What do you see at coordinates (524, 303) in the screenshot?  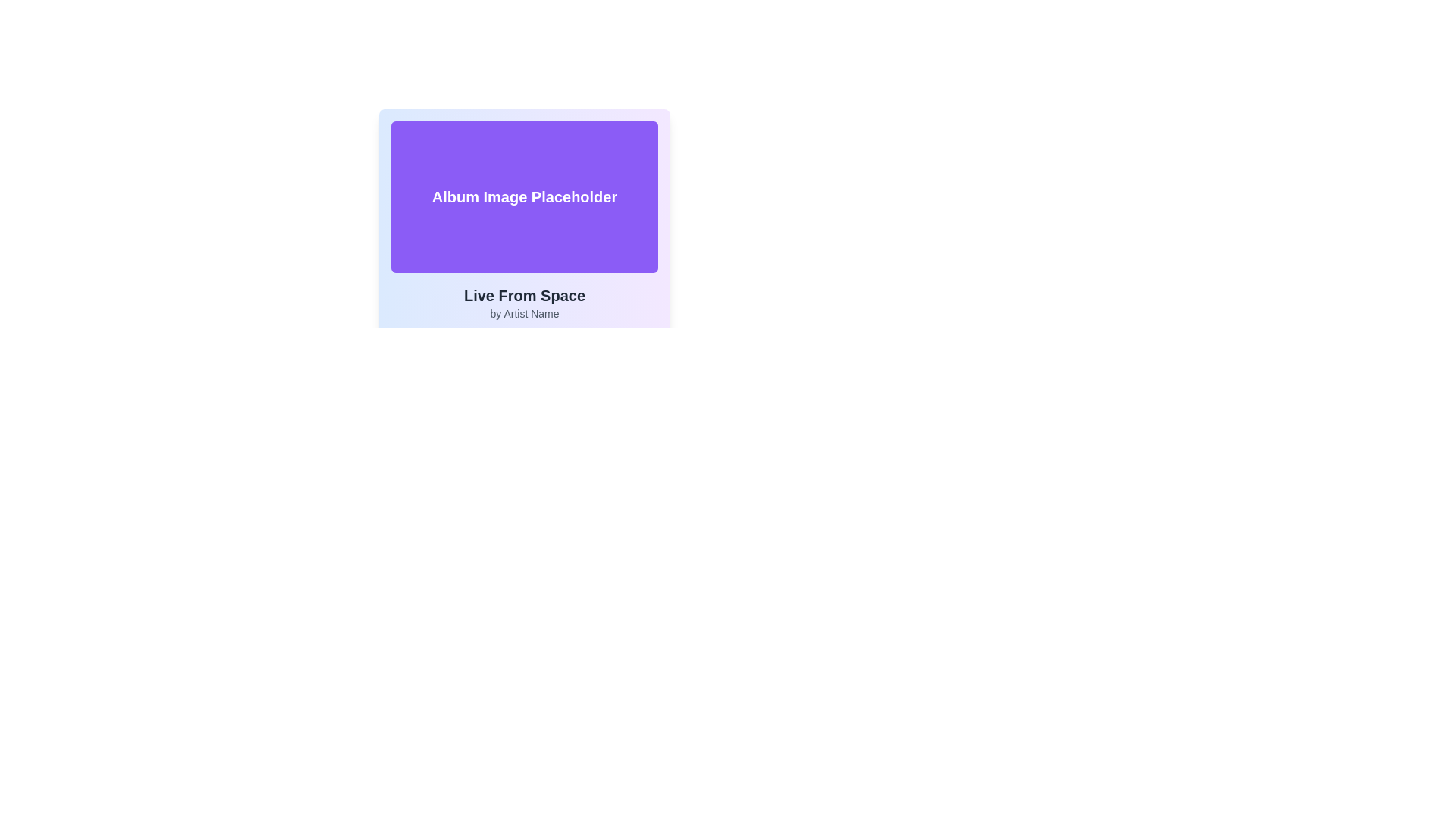 I see `text element displaying 'Live From Space' and 'by Artist Name', located below the placeholder image in the card layout` at bounding box center [524, 303].